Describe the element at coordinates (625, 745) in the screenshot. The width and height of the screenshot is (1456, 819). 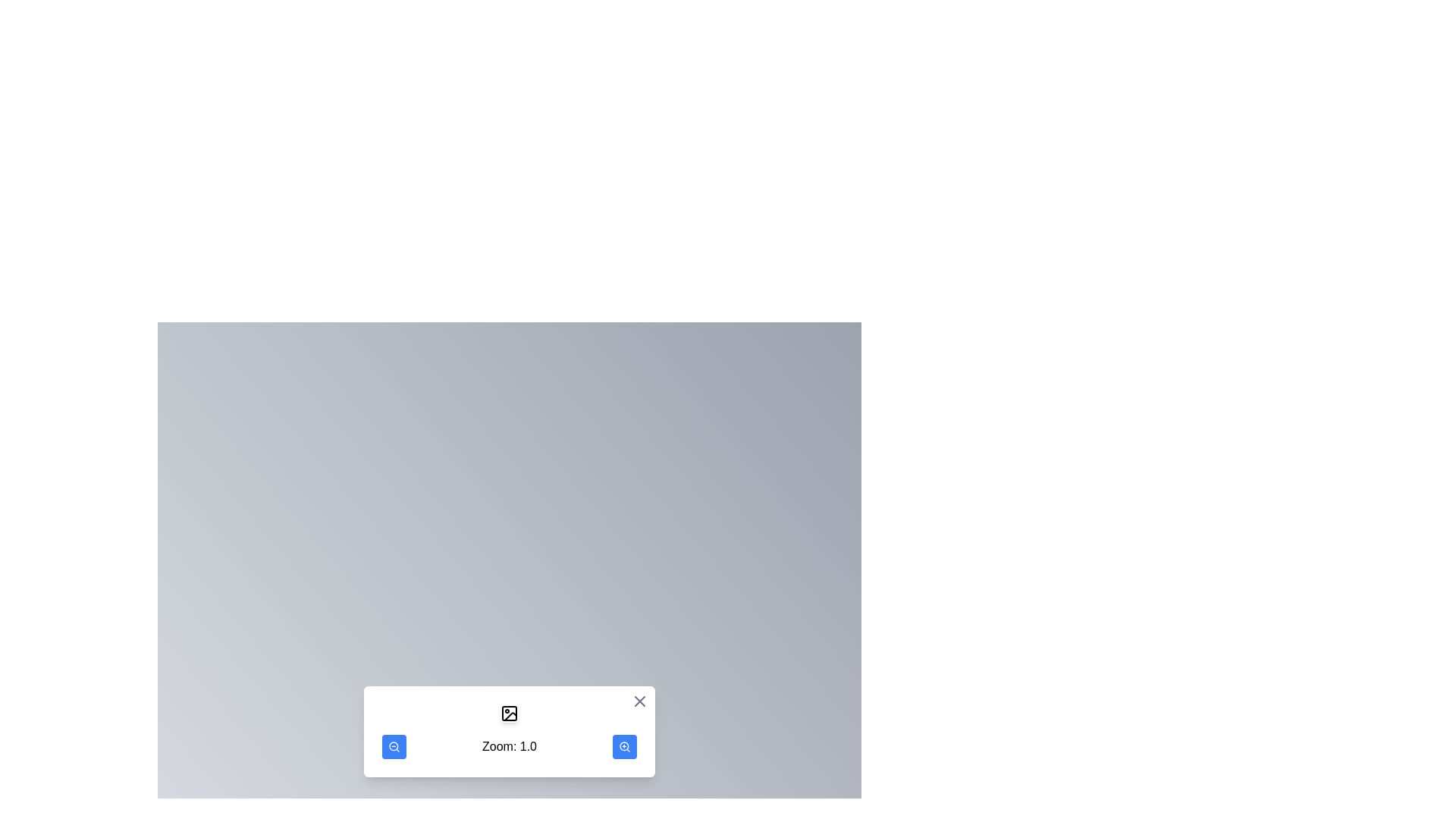
I see `the zoom-in icon button, which is a magnifying glass with a plus sign on a blue circular background, located at the bottom-left corner of the control panel` at that location.